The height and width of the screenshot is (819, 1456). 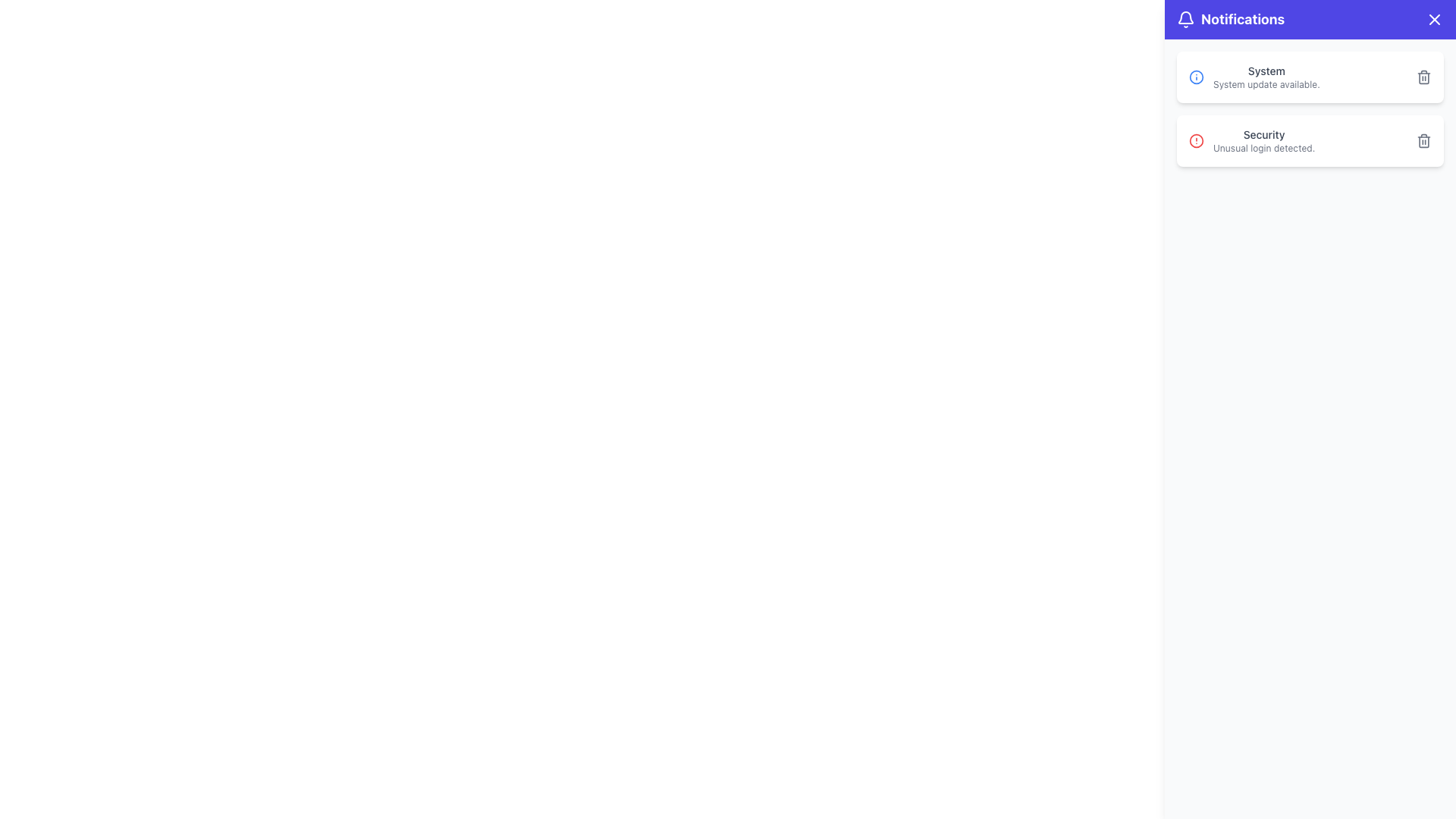 What do you see at coordinates (1433, 20) in the screenshot?
I see `the 'X' icon button located` at bounding box center [1433, 20].